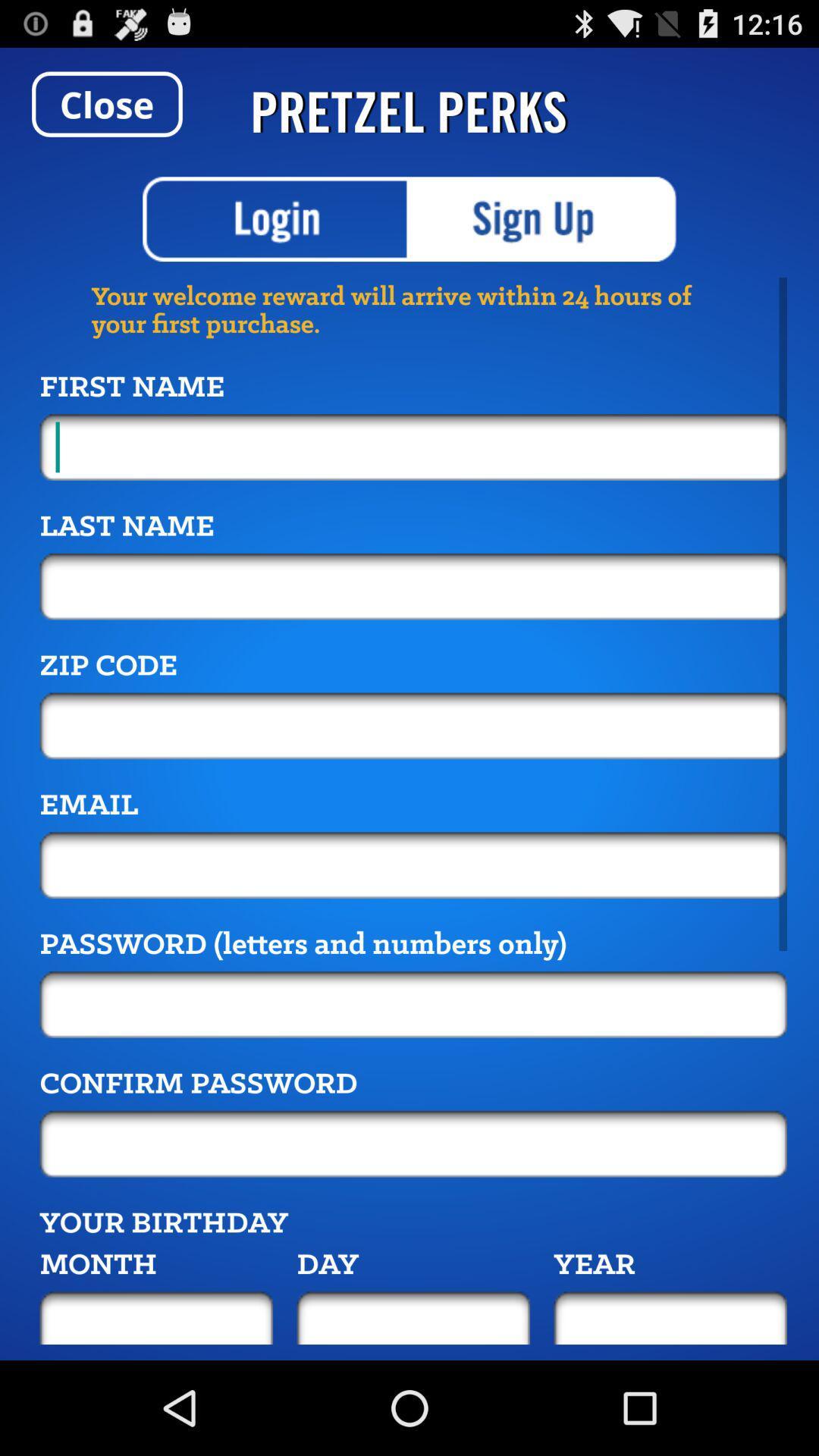 Image resolution: width=819 pixels, height=1456 pixels. What do you see at coordinates (413, 1144) in the screenshot?
I see `confirm password` at bounding box center [413, 1144].